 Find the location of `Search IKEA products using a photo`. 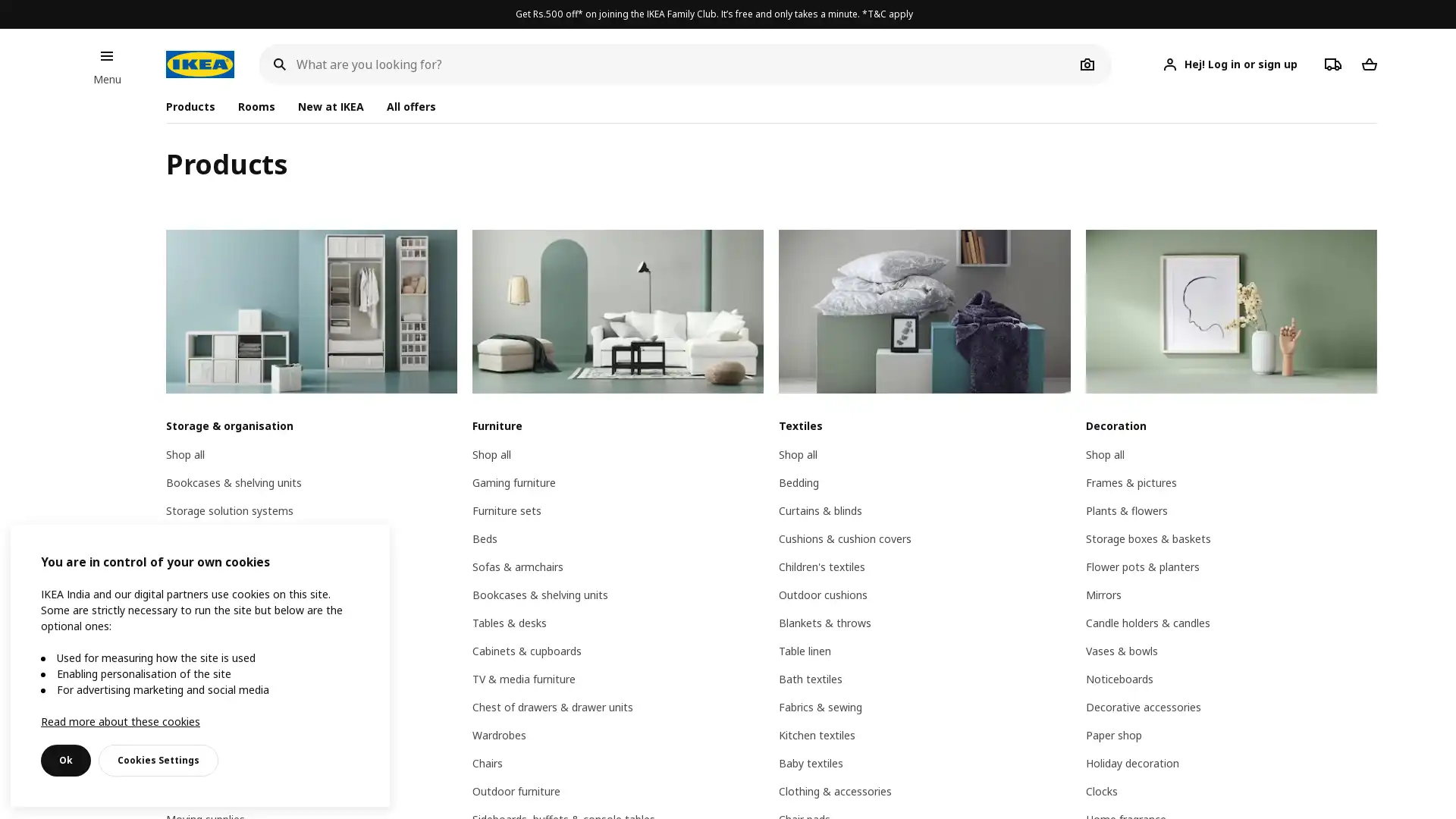

Search IKEA products using a photo is located at coordinates (1087, 63).